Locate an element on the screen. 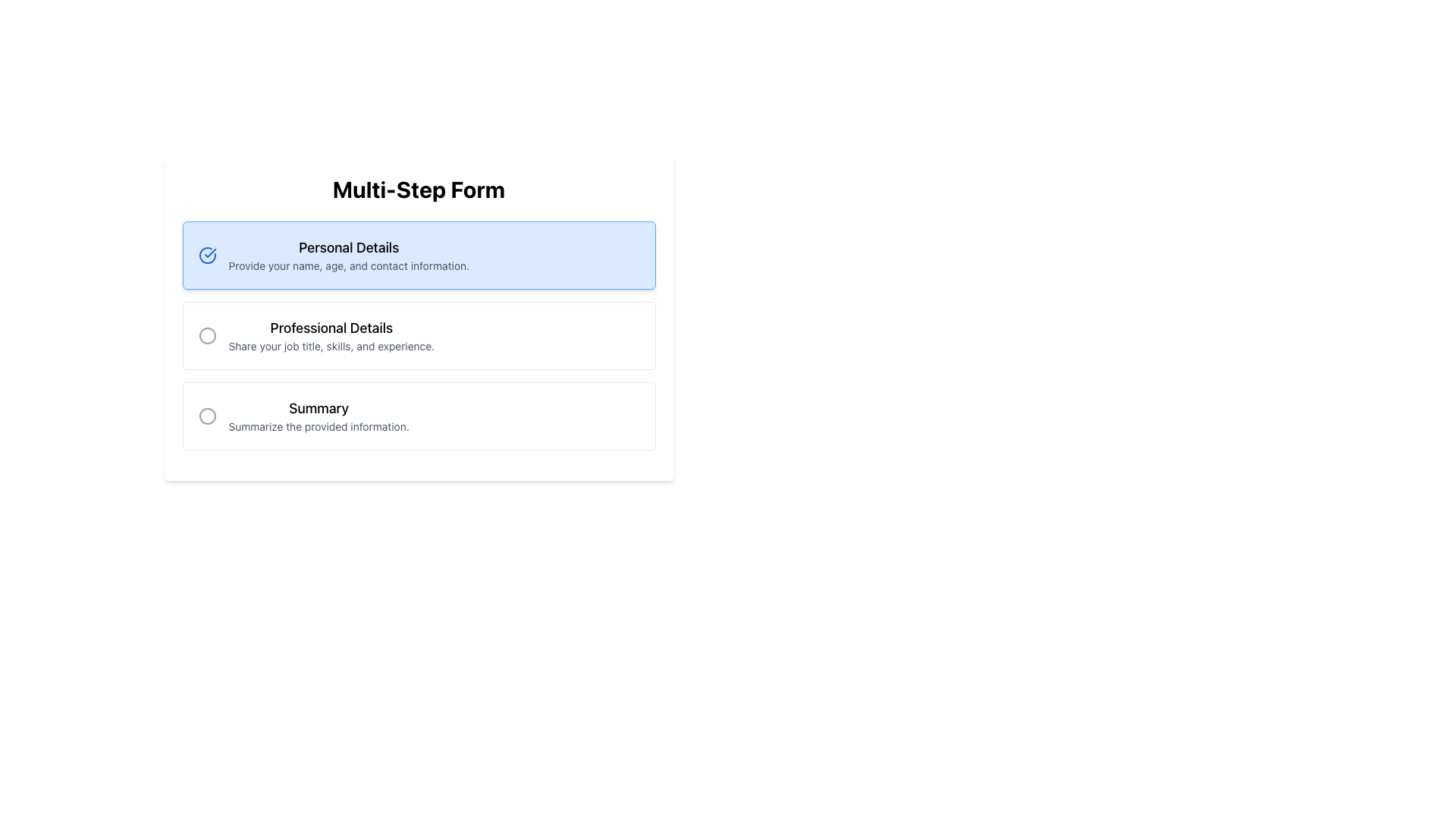 The image size is (1456, 819). the inner circle of the second option in the vertical list of steps, which is styled in gray and located to the left of the label 'Professional Details' is located at coordinates (206, 335).